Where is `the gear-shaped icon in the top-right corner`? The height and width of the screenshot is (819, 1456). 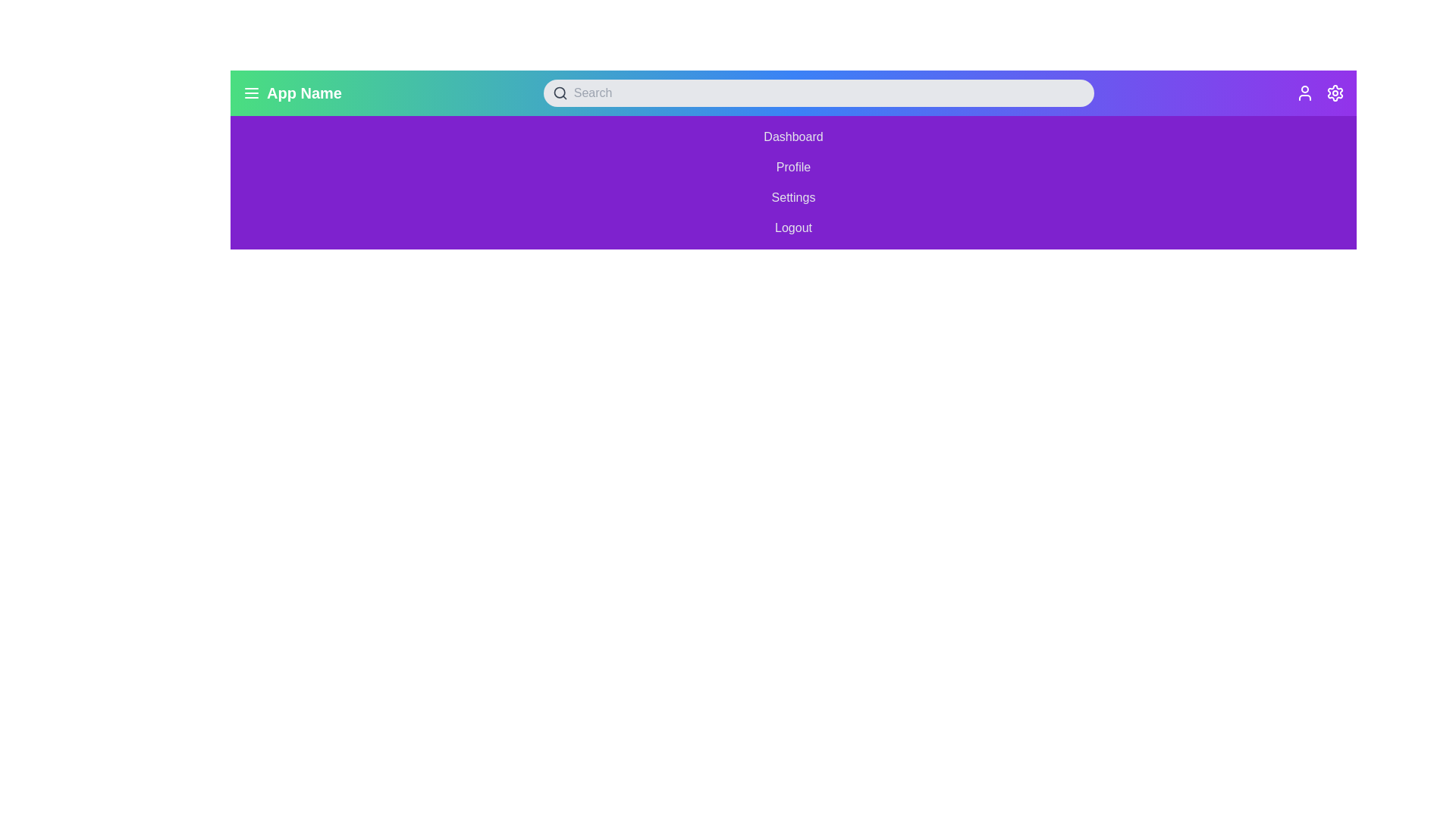 the gear-shaped icon in the top-right corner is located at coordinates (1335, 93).